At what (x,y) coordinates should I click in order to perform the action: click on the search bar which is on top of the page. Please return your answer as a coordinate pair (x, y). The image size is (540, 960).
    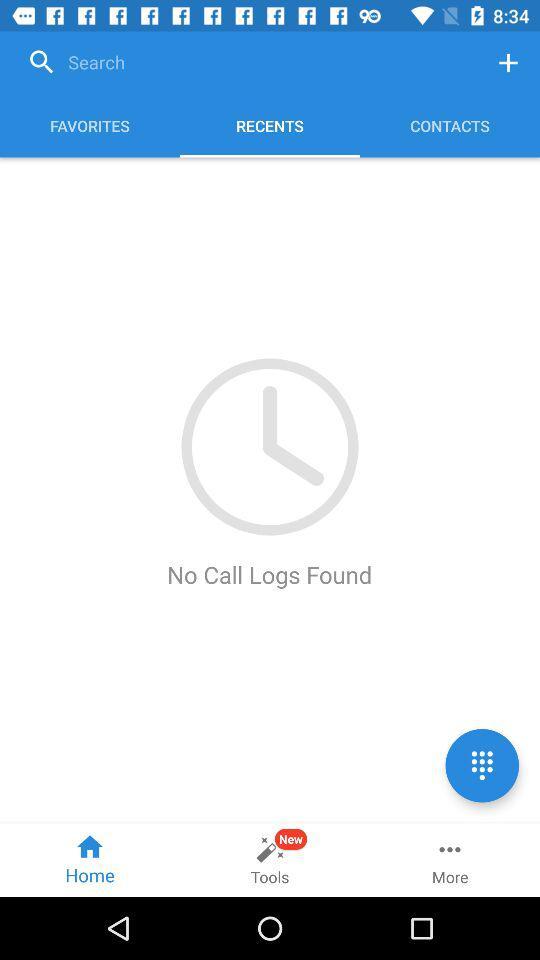
    Looking at the image, I should click on (248, 63).